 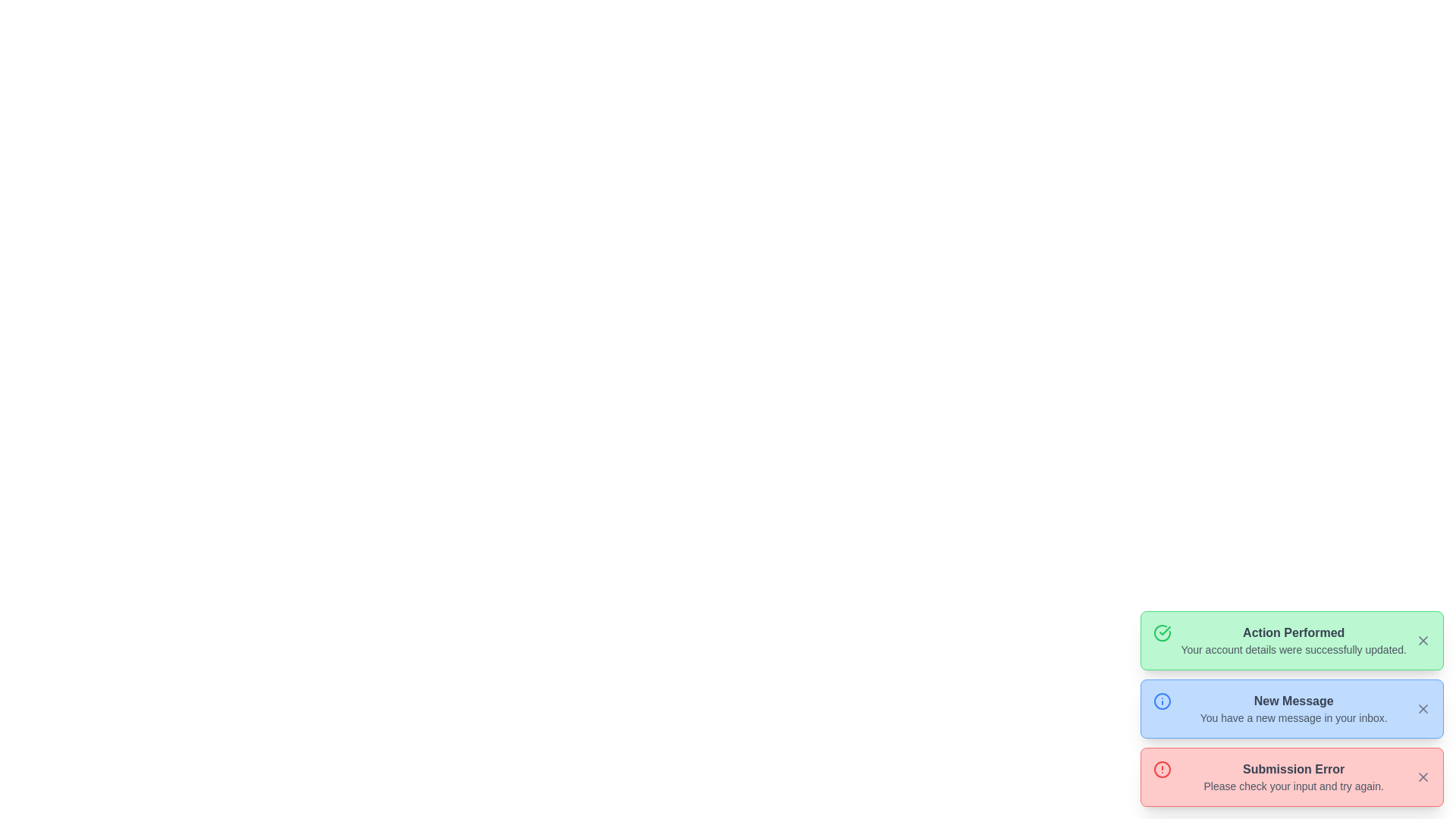 What do you see at coordinates (1422, 777) in the screenshot?
I see `the dismiss button located at the far-right of the 'Submission Error' notification card` at bounding box center [1422, 777].